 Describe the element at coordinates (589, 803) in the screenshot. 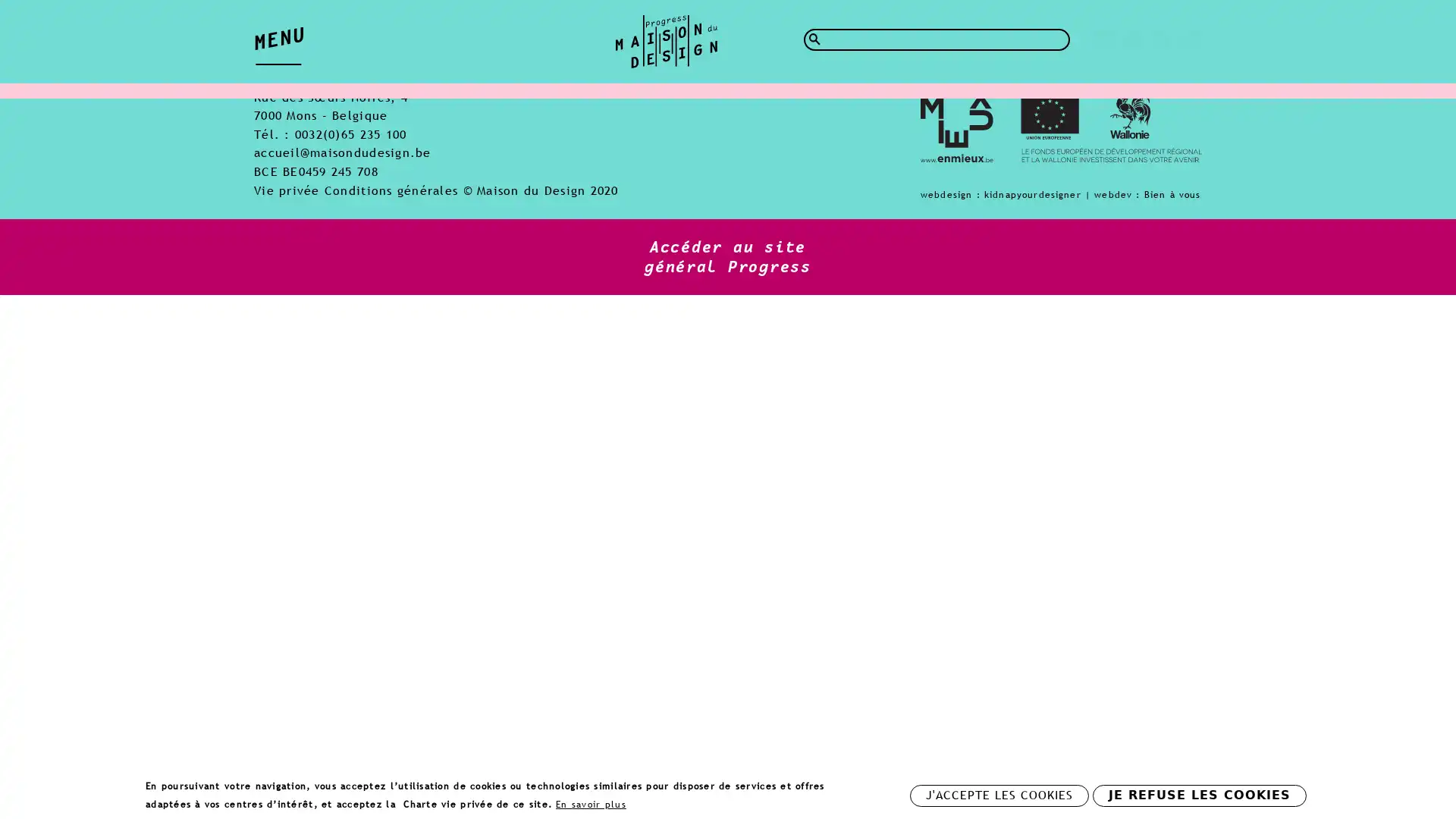

I see `En savoir plus` at that location.